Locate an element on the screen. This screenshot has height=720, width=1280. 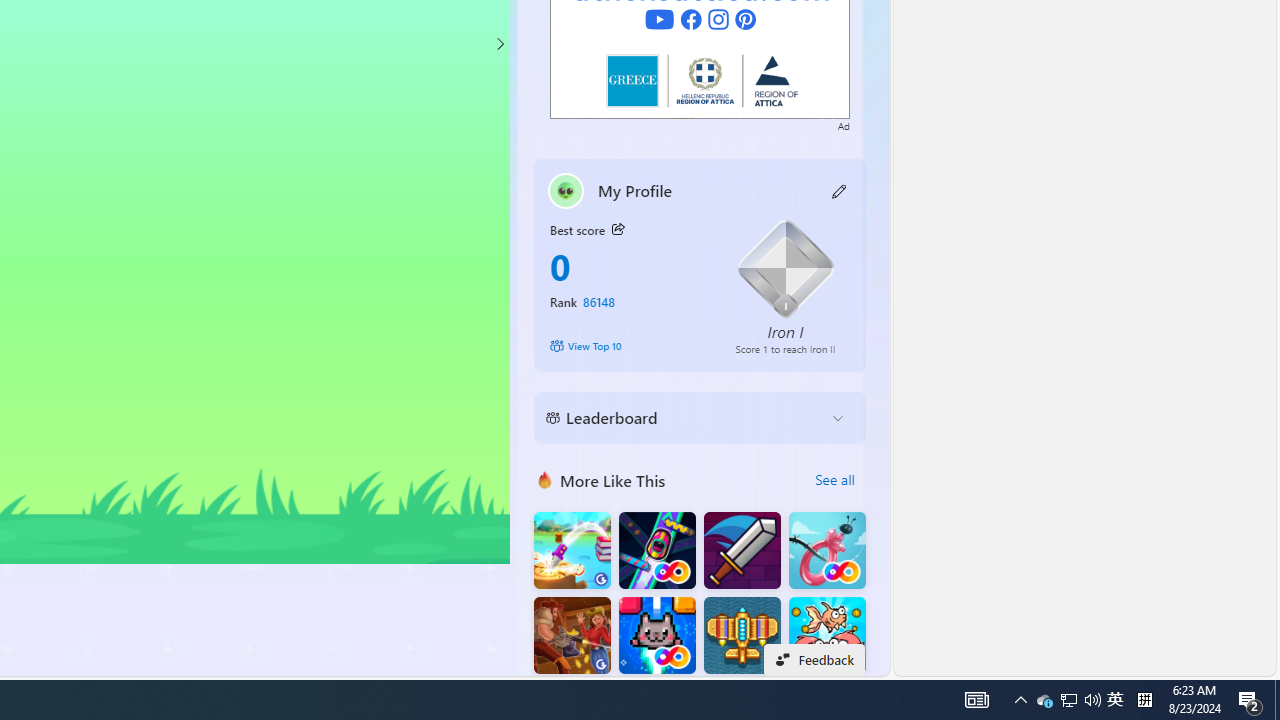
'Saloon Robbery' is located at coordinates (571, 635).